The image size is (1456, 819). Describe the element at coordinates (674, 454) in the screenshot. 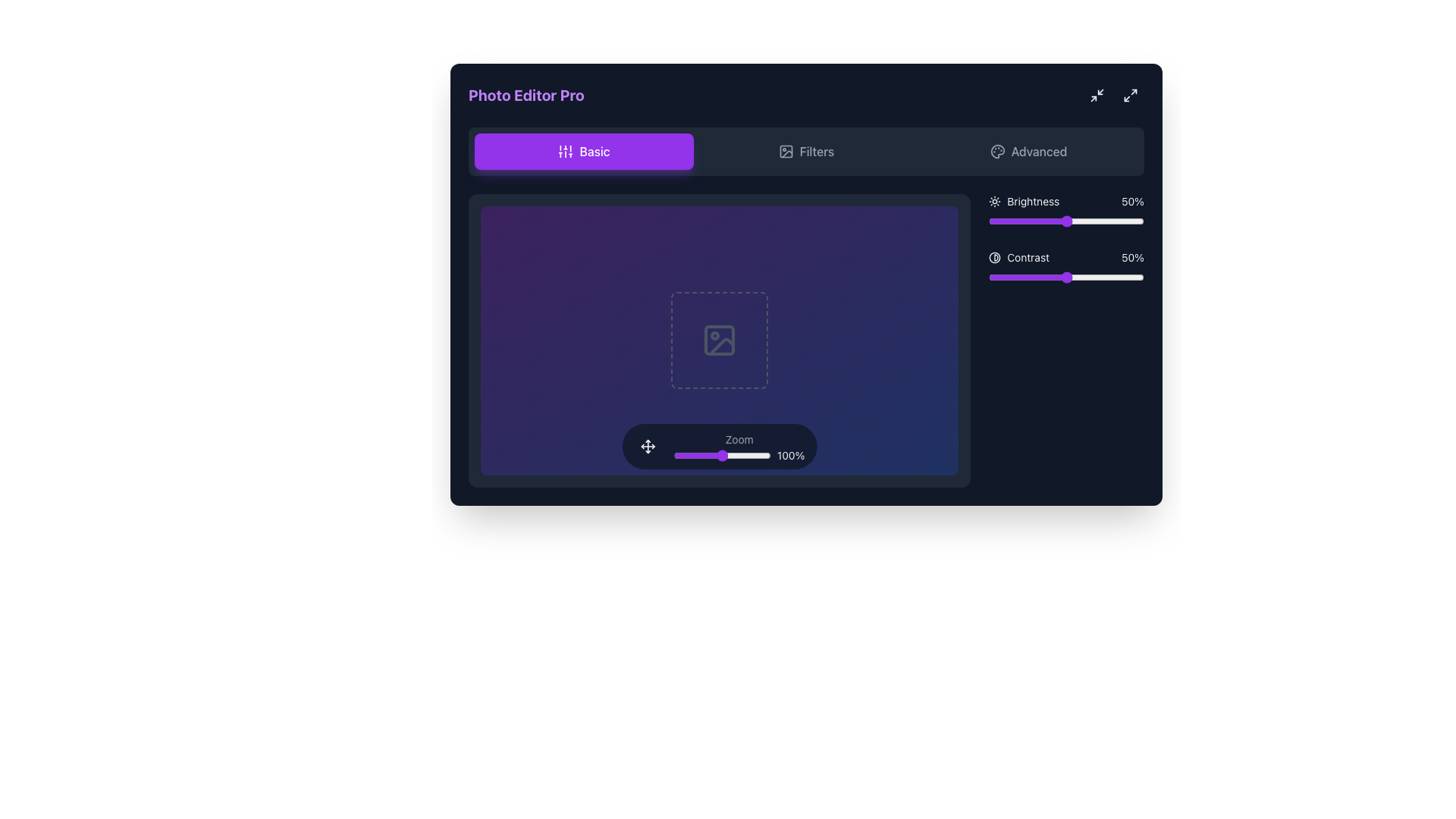

I see `the zoom level` at that location.